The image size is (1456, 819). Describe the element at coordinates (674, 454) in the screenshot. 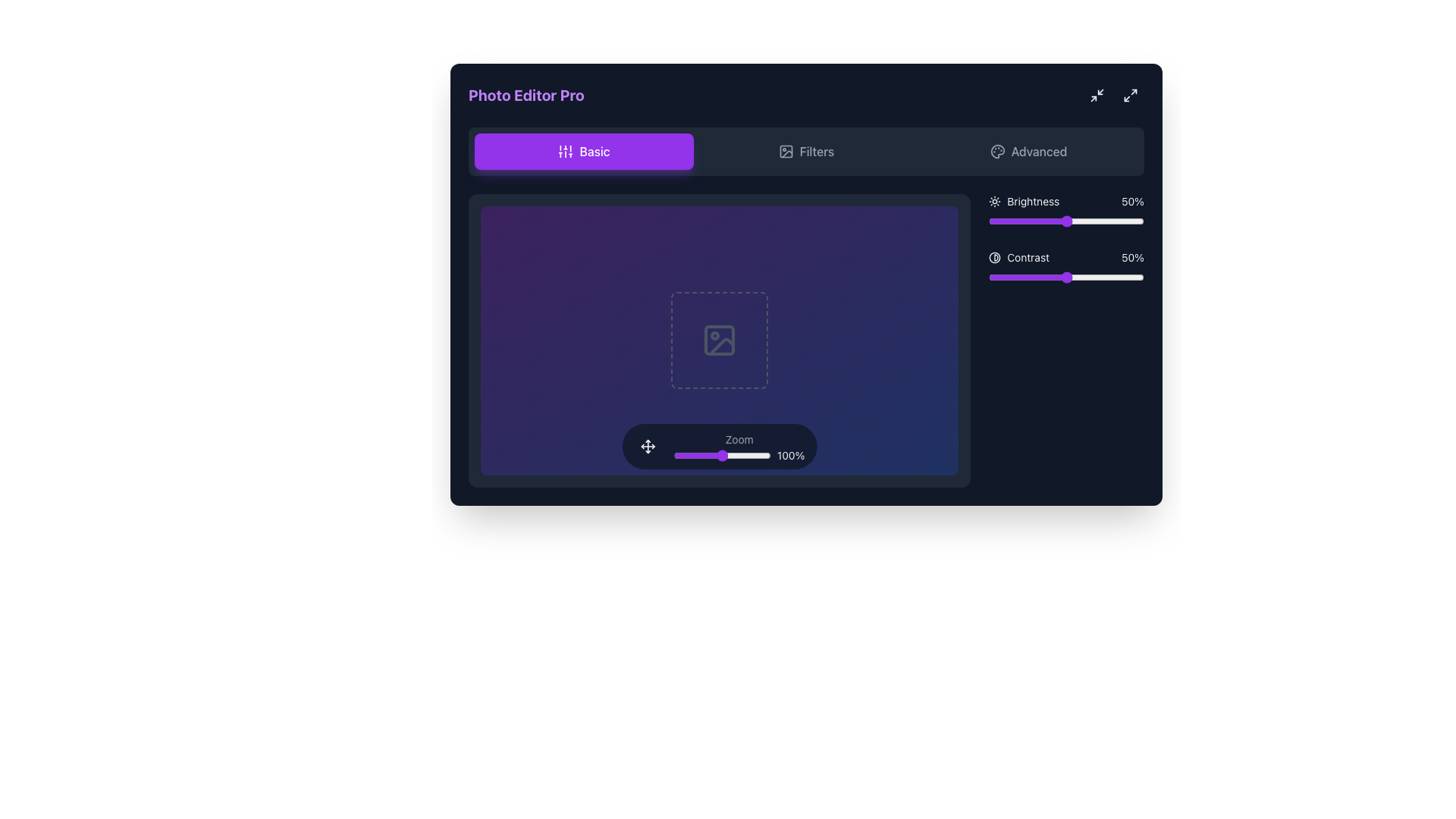

I see `the zoom level` at that location.